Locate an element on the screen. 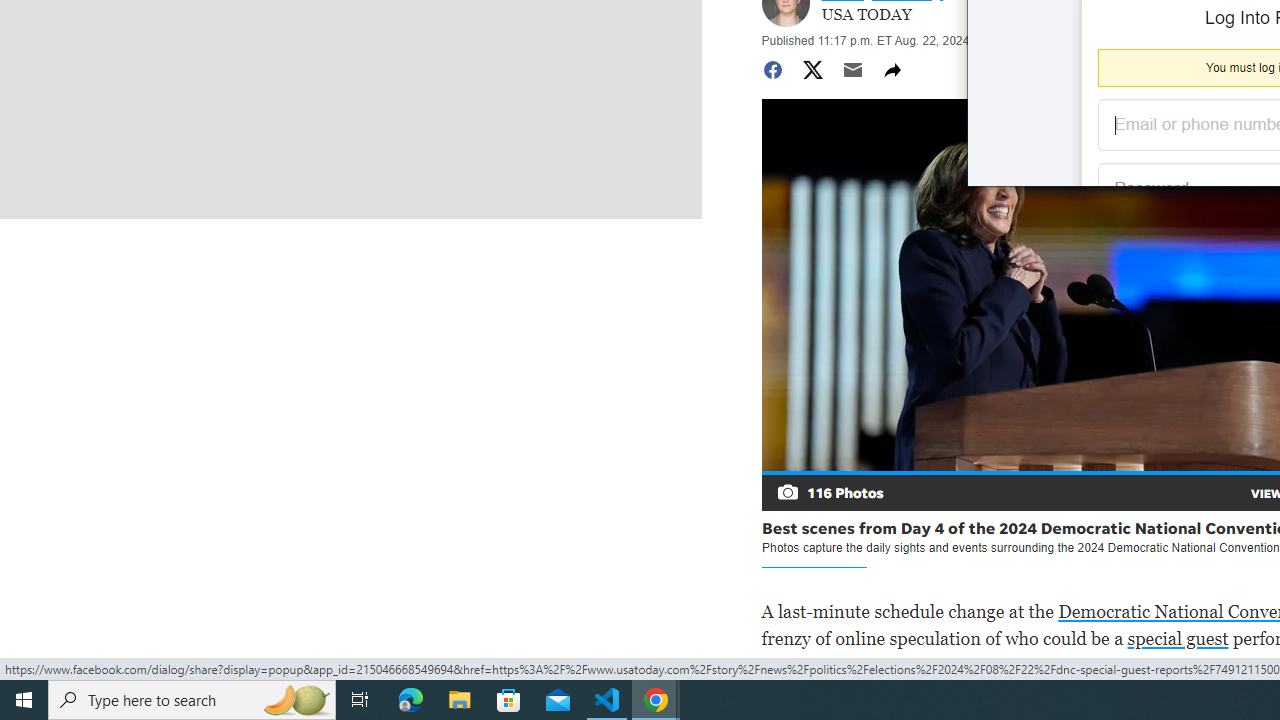 The width and height of the screenshot is (1280, 720). 'Share to Facebook' is located at coordinates (771, 68).